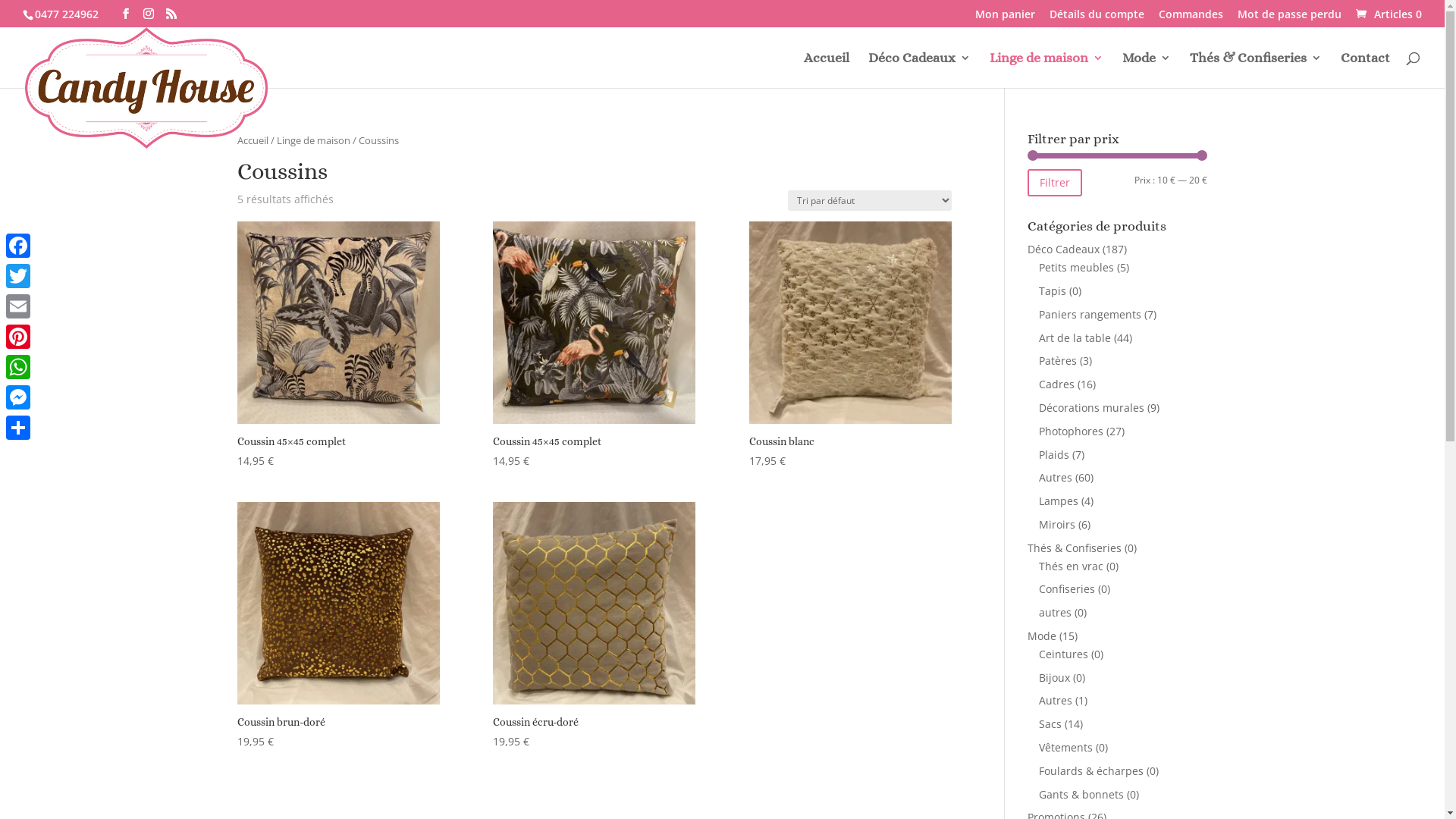  What do you see at coordinates (1046, 70) in the screenshot?
I see `'Linge de maison'` at bounding box center [1046, 70].